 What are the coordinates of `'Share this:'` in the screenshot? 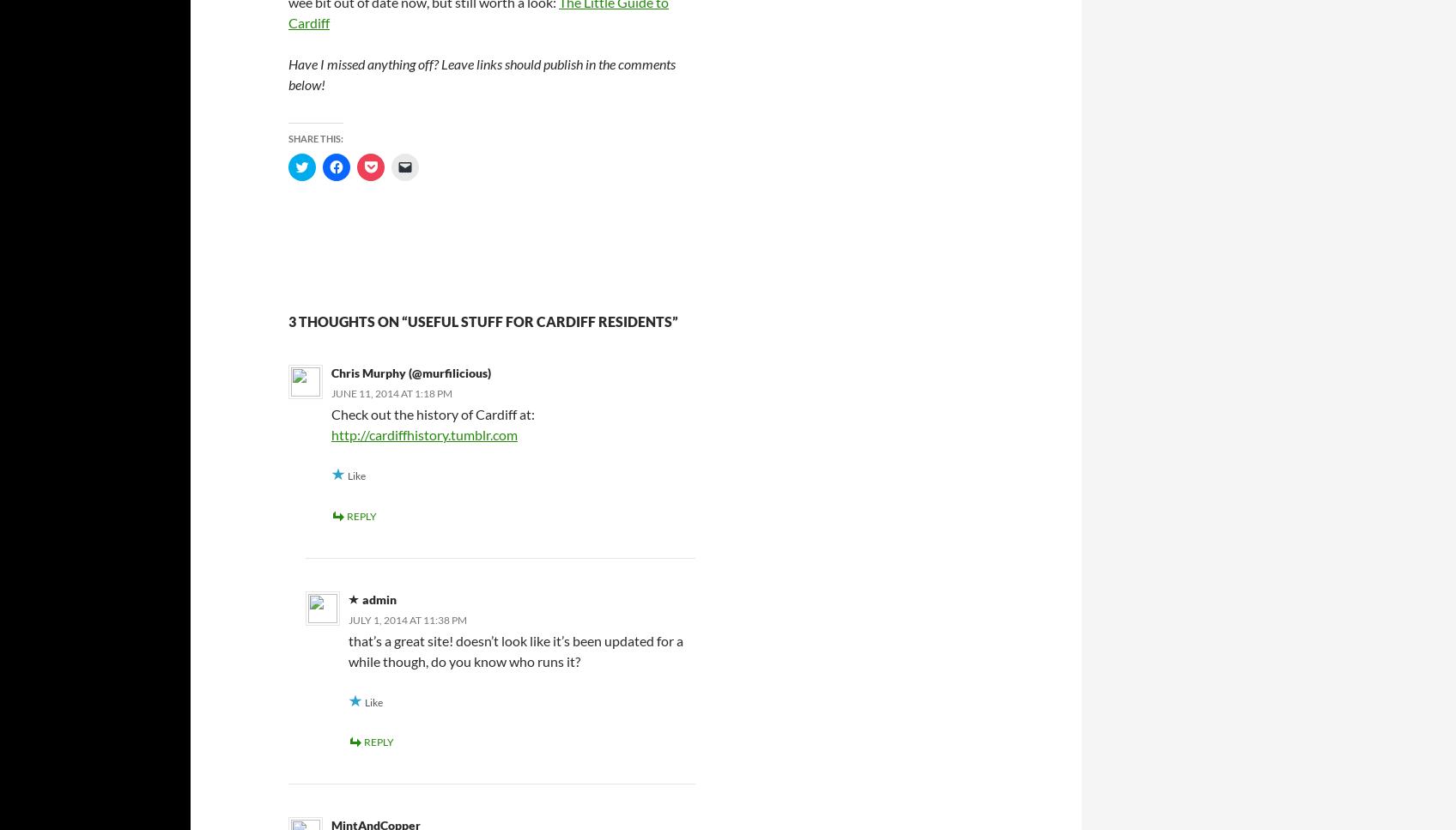 It's located at (315, 137).